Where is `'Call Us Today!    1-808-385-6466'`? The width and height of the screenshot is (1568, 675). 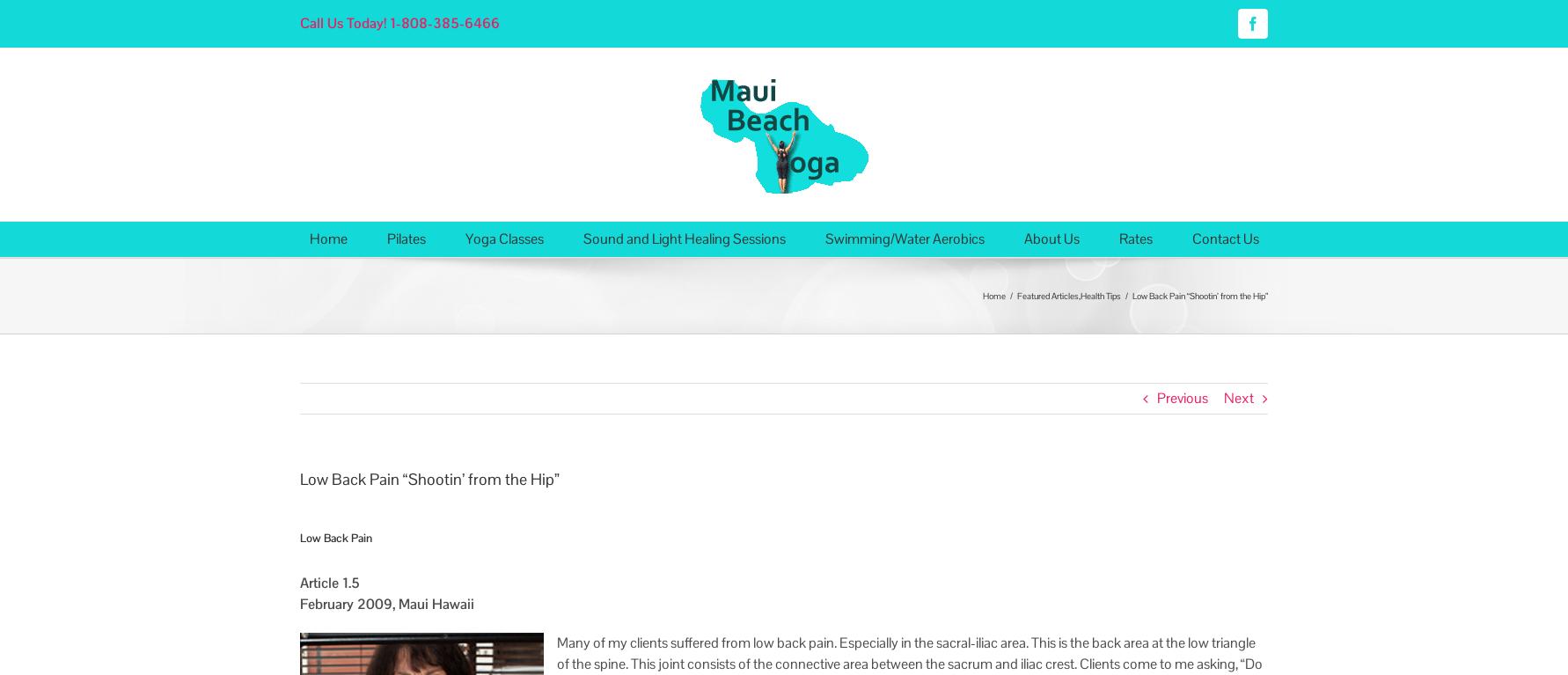
'Call Us Today!    1-808-385-6466' is located at coordinates (299, 22).